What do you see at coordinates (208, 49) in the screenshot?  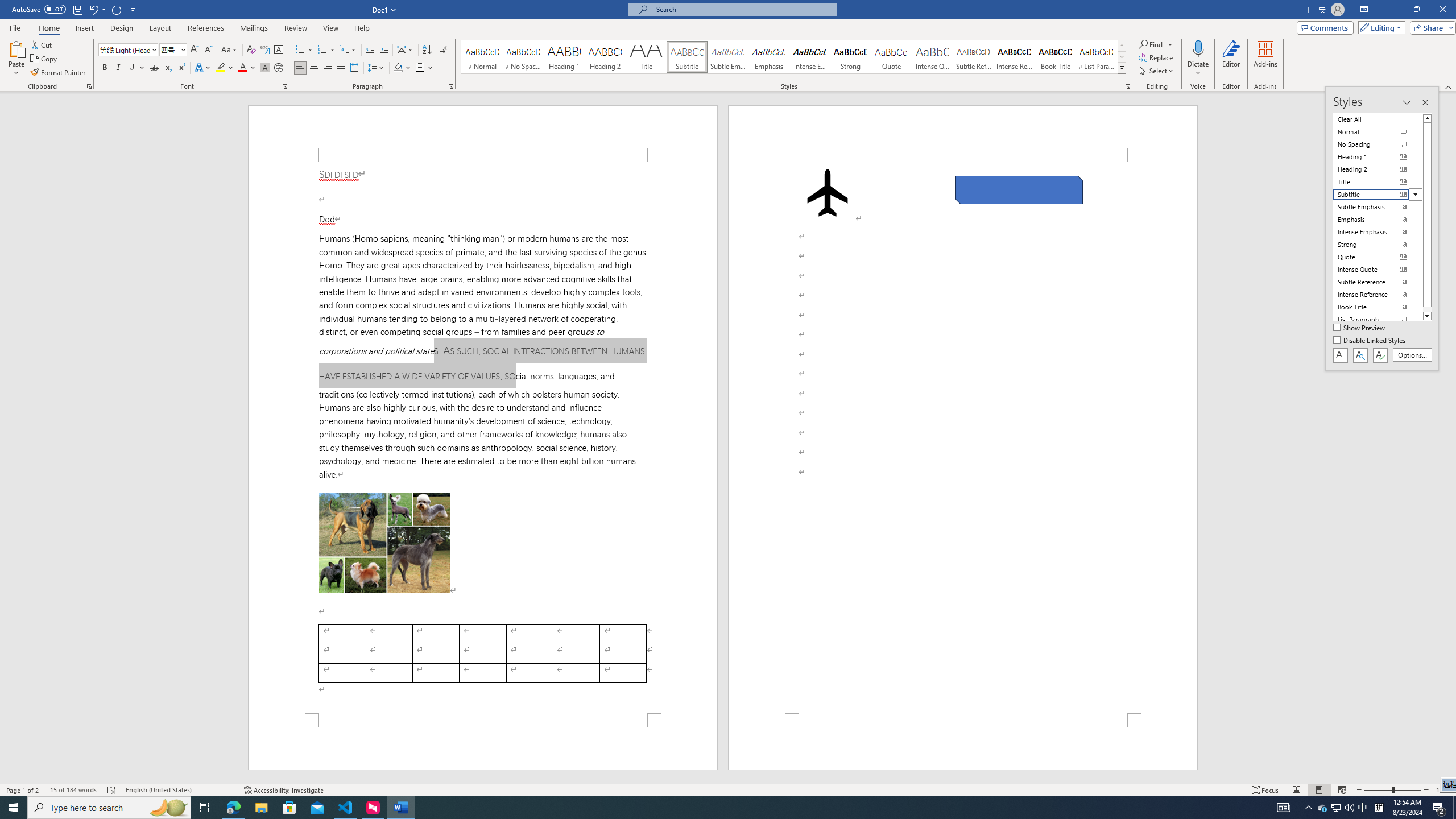 I see `'Shrink Font'` at bounding box center [208, 49].